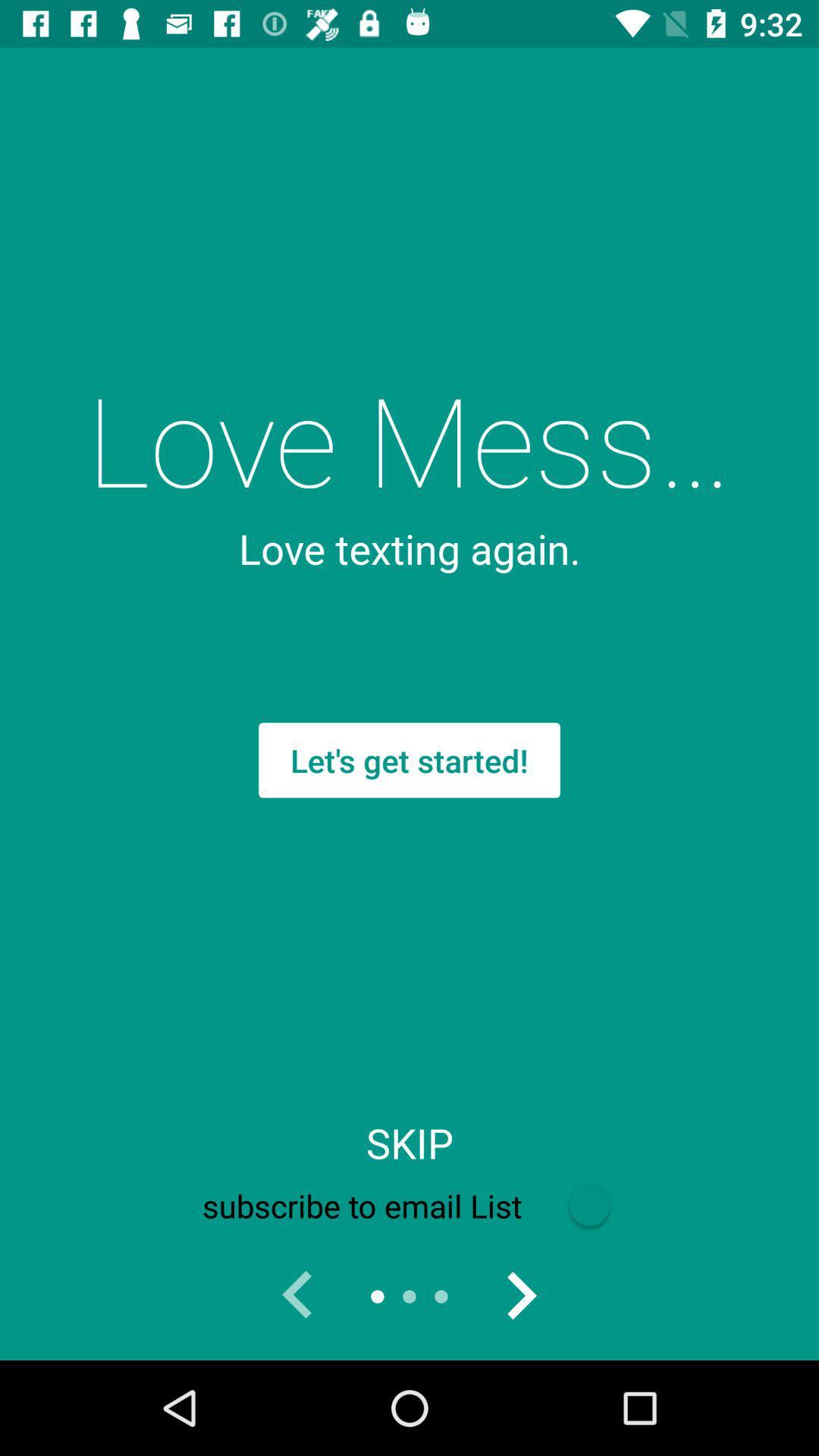 The width and height of the screenshot is (819, 1456). Describe the element at coordinates (298, 1295) in the screenshot. I see `the item below subscribe to email` at that location.